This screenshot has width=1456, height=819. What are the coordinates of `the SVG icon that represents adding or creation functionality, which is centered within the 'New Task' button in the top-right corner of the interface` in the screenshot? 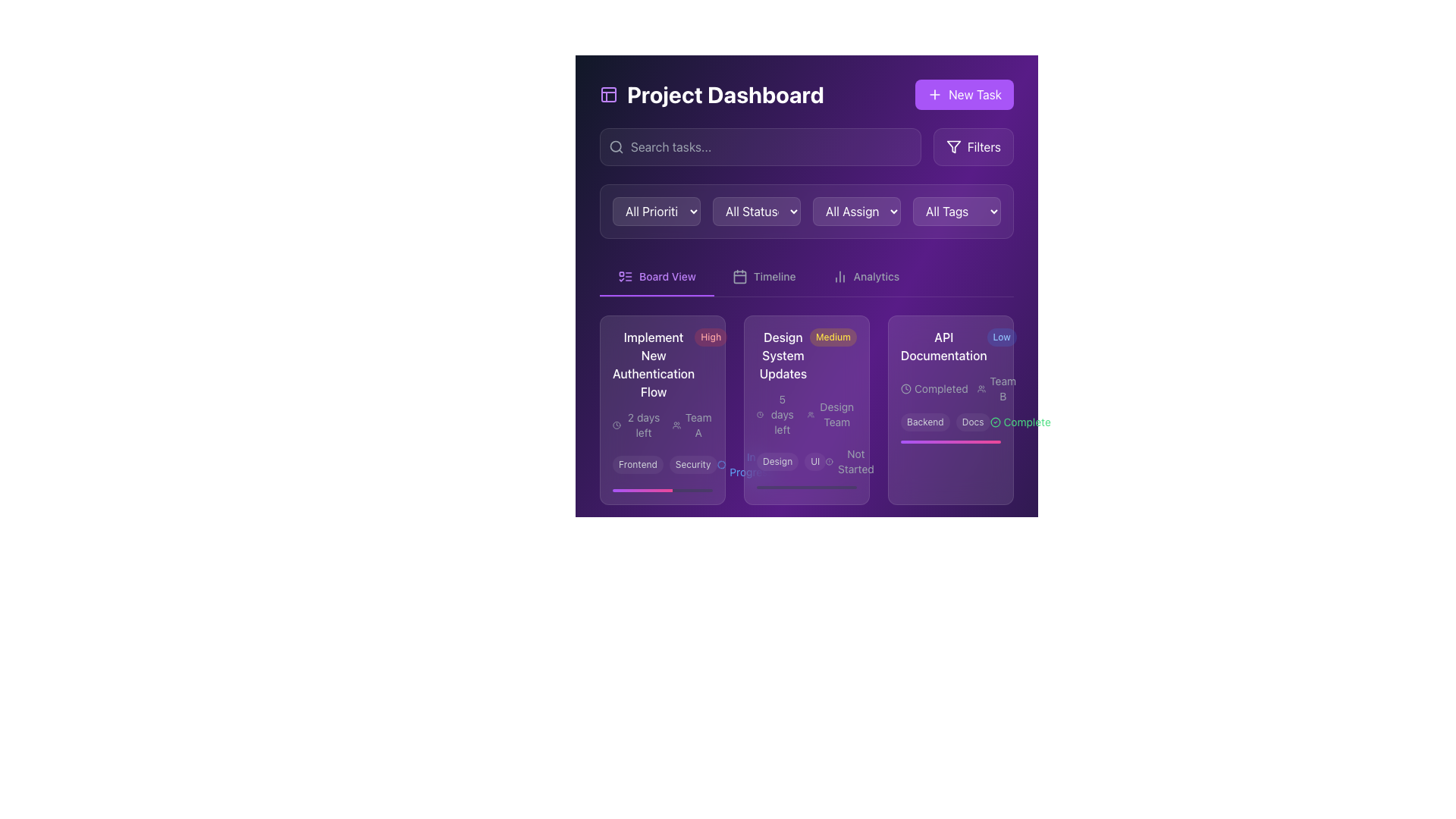 It's located at (934, 94).